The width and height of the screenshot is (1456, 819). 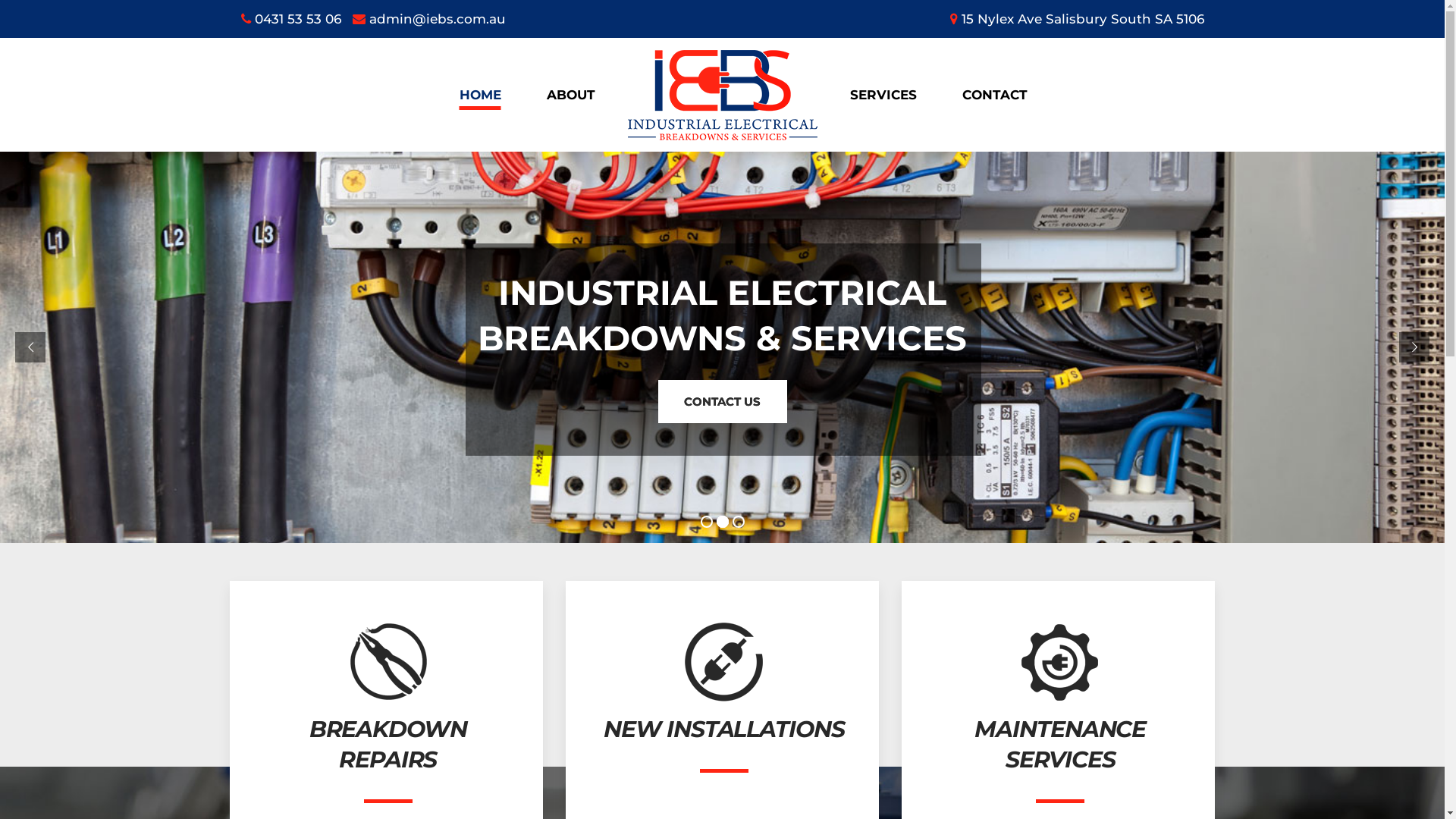 What do you see at coordinates (721, 400) in the screenshot?
I see `'CONTACT US'` at bounding box center [721, 400].